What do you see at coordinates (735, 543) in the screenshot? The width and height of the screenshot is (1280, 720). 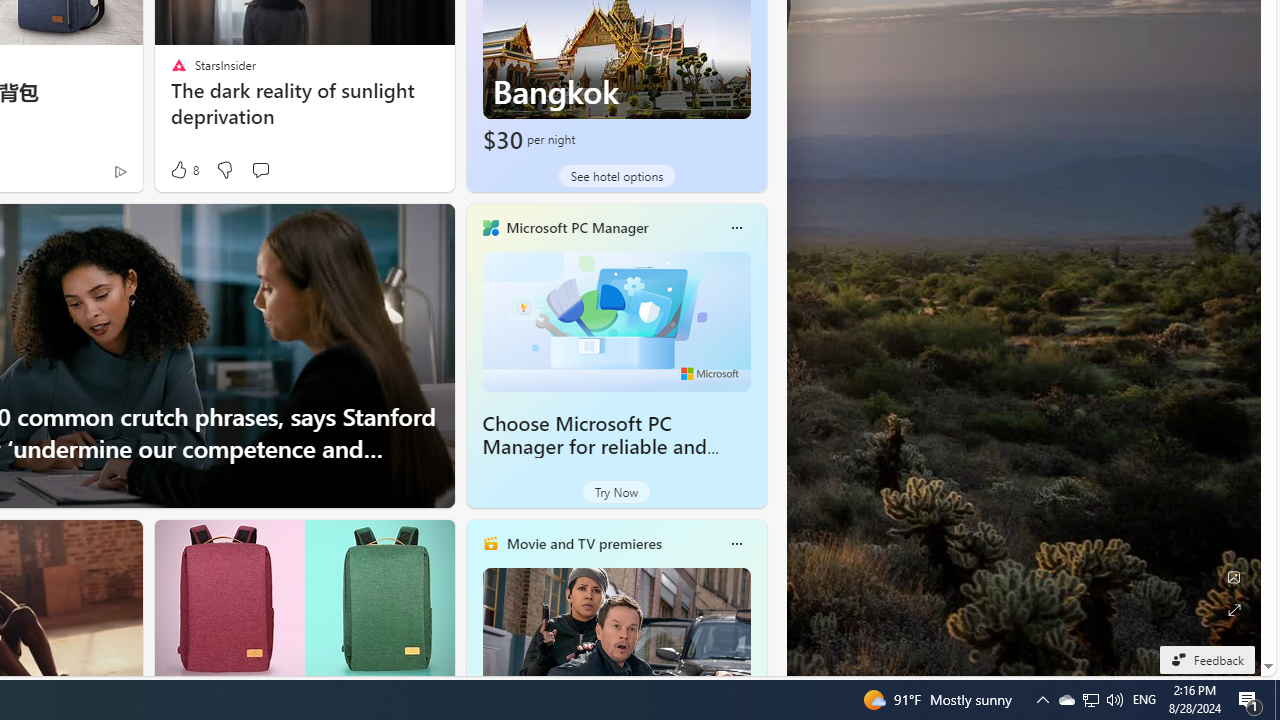 I see `'More options'` at bounding box center [735, 543].